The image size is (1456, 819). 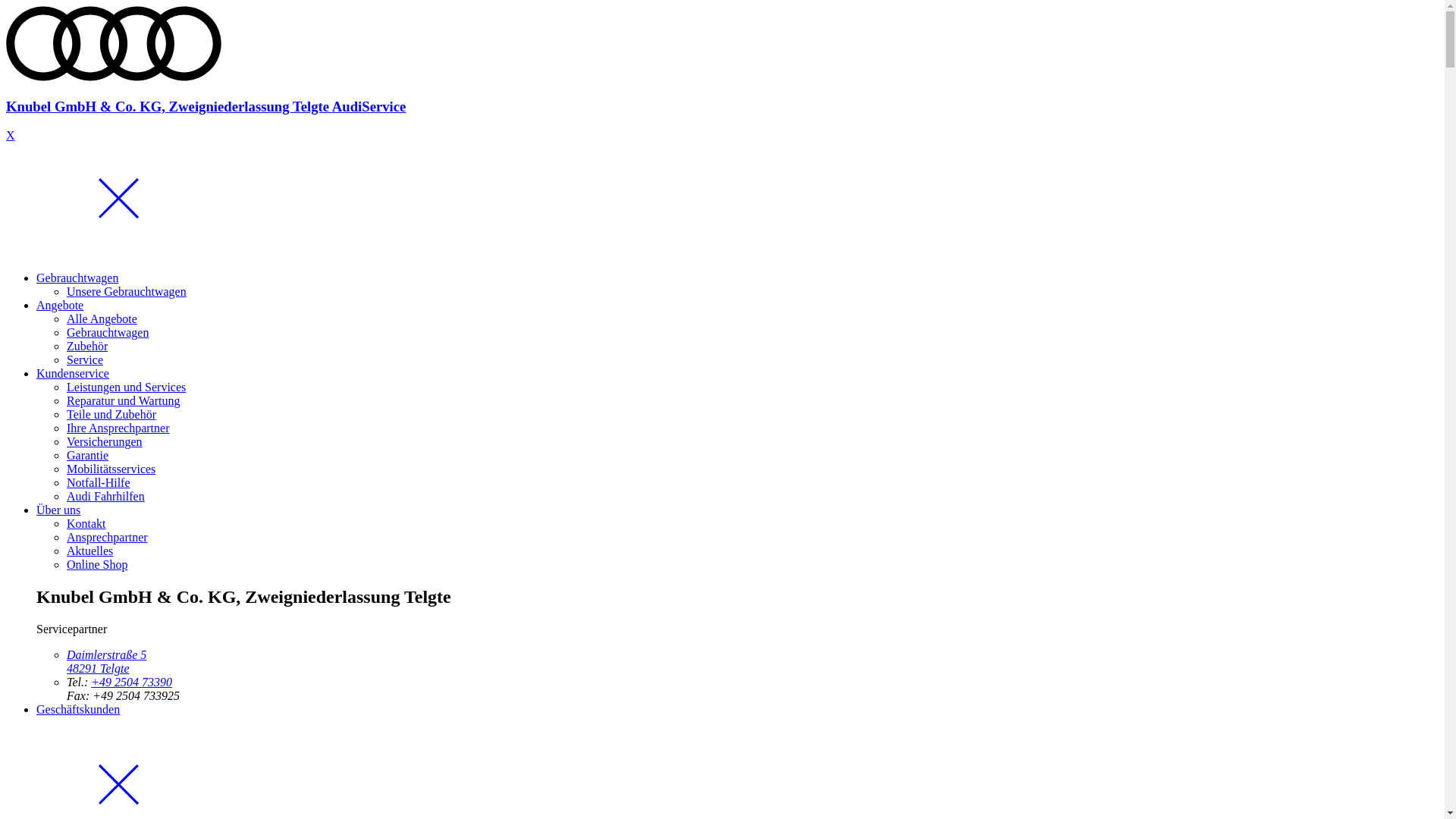 I want to click on 'Kundenservice', so click(x=72, y=373).